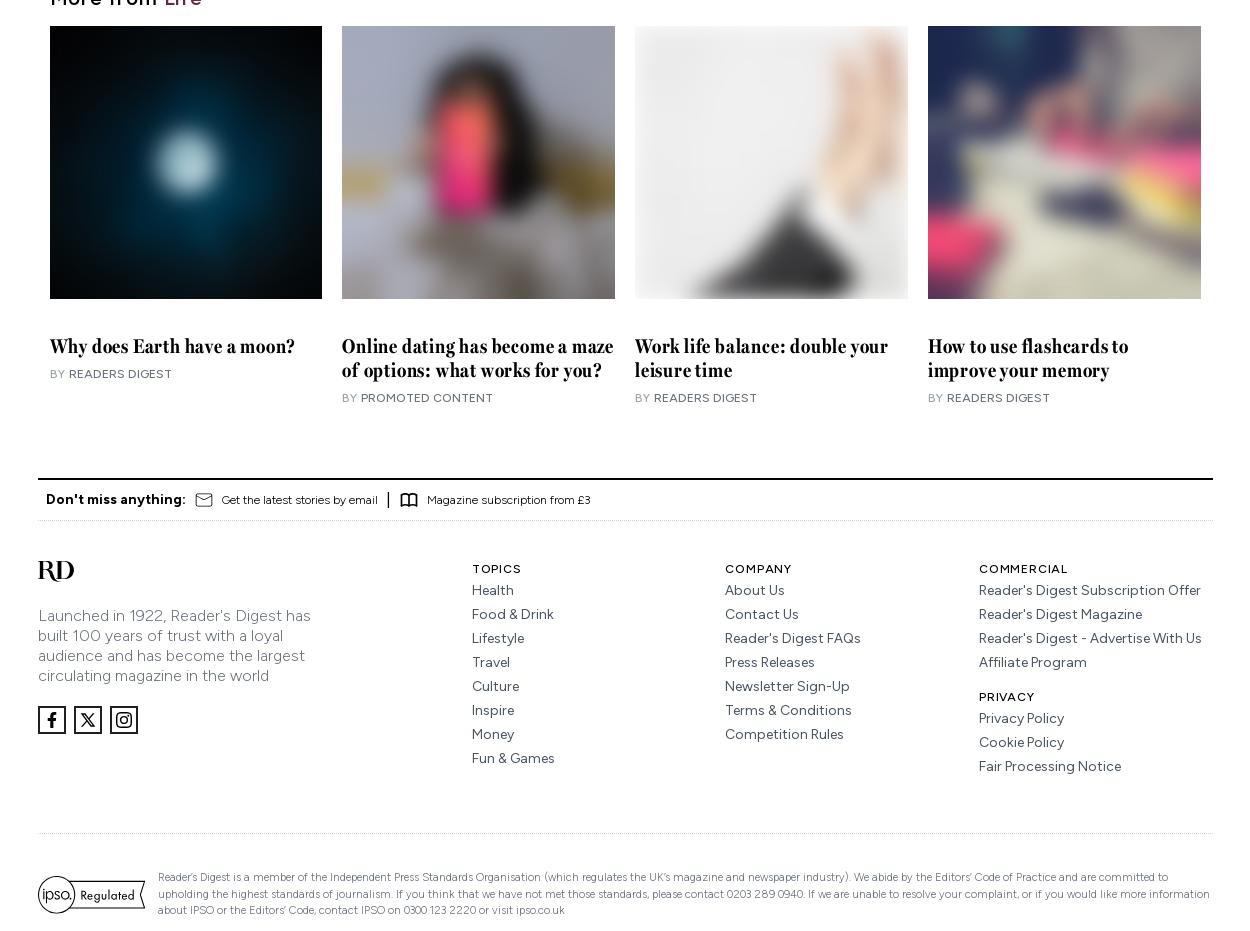 The height and width of the screenshot is (931, 1250). What do you see at coordinates (788, 709) in the screenshot?
I see `'Terms & Conditions'` at bounding box center [788, 709].